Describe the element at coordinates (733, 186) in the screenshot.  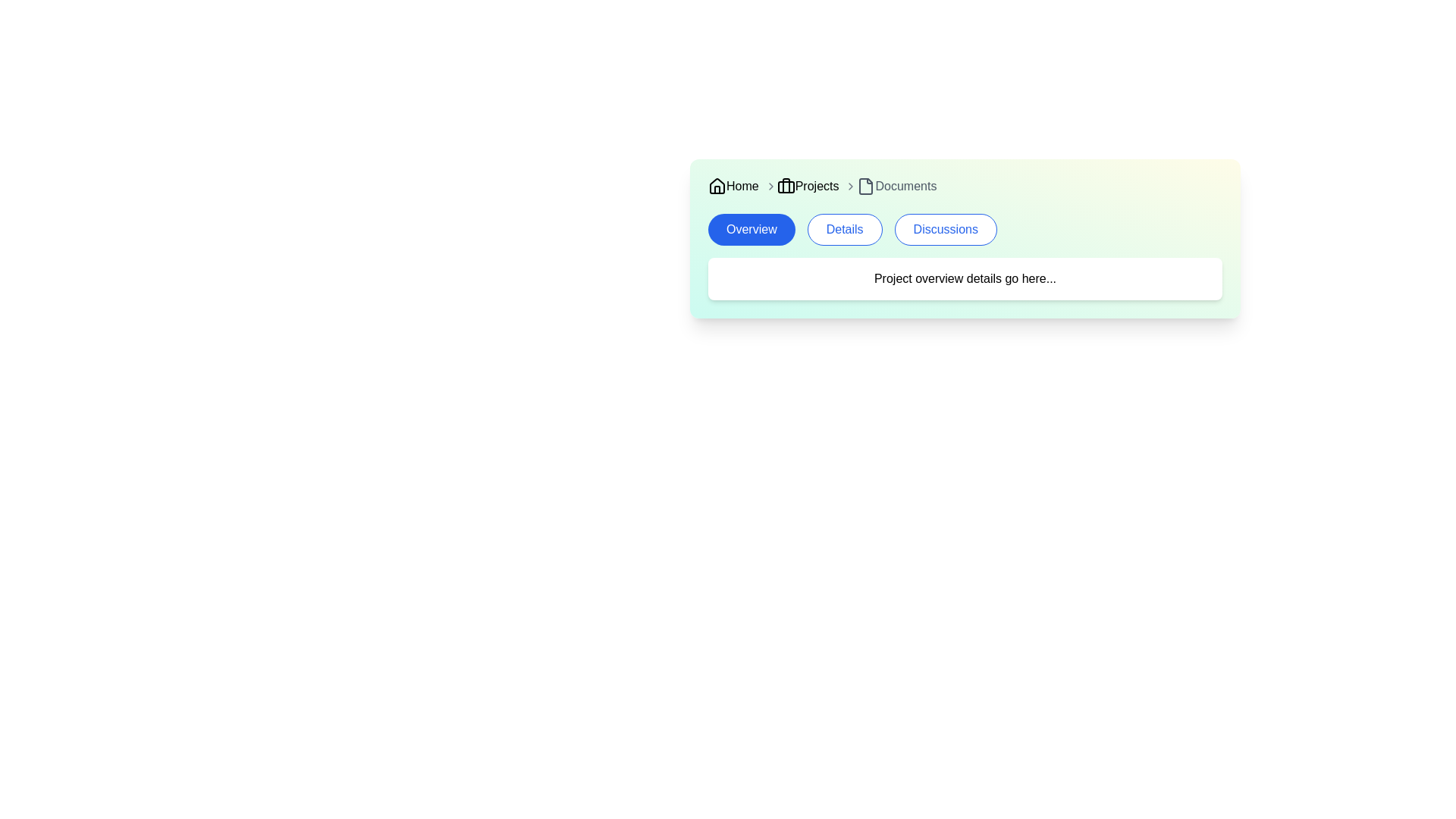
I see `the 'Home' breadcrumb navigation link, which features a minimalist black outline house icon followed by the text 'Home'` at that location.